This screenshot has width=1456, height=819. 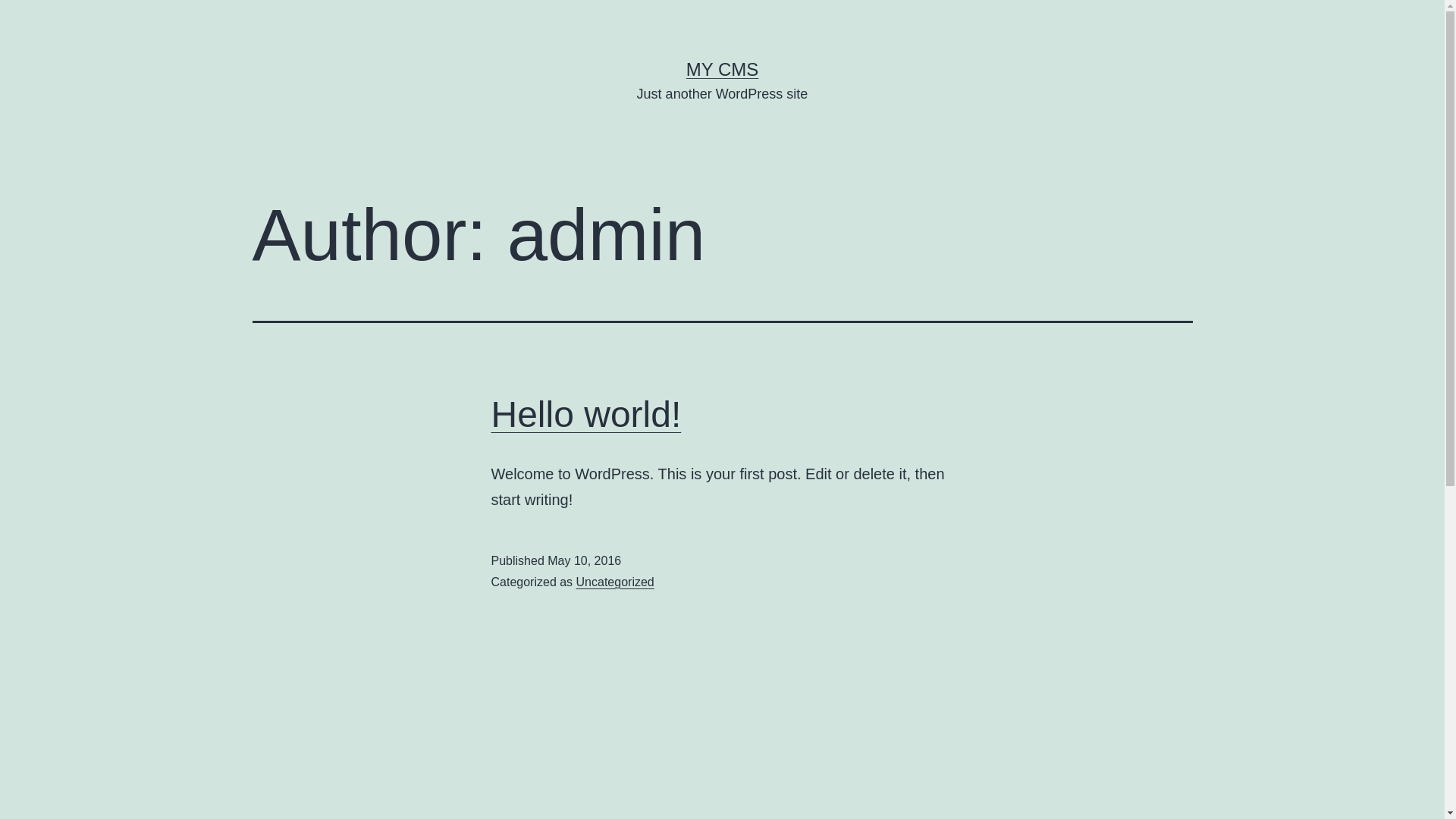 I want to click on 'Uncategorized', so click(x=575, y=581).